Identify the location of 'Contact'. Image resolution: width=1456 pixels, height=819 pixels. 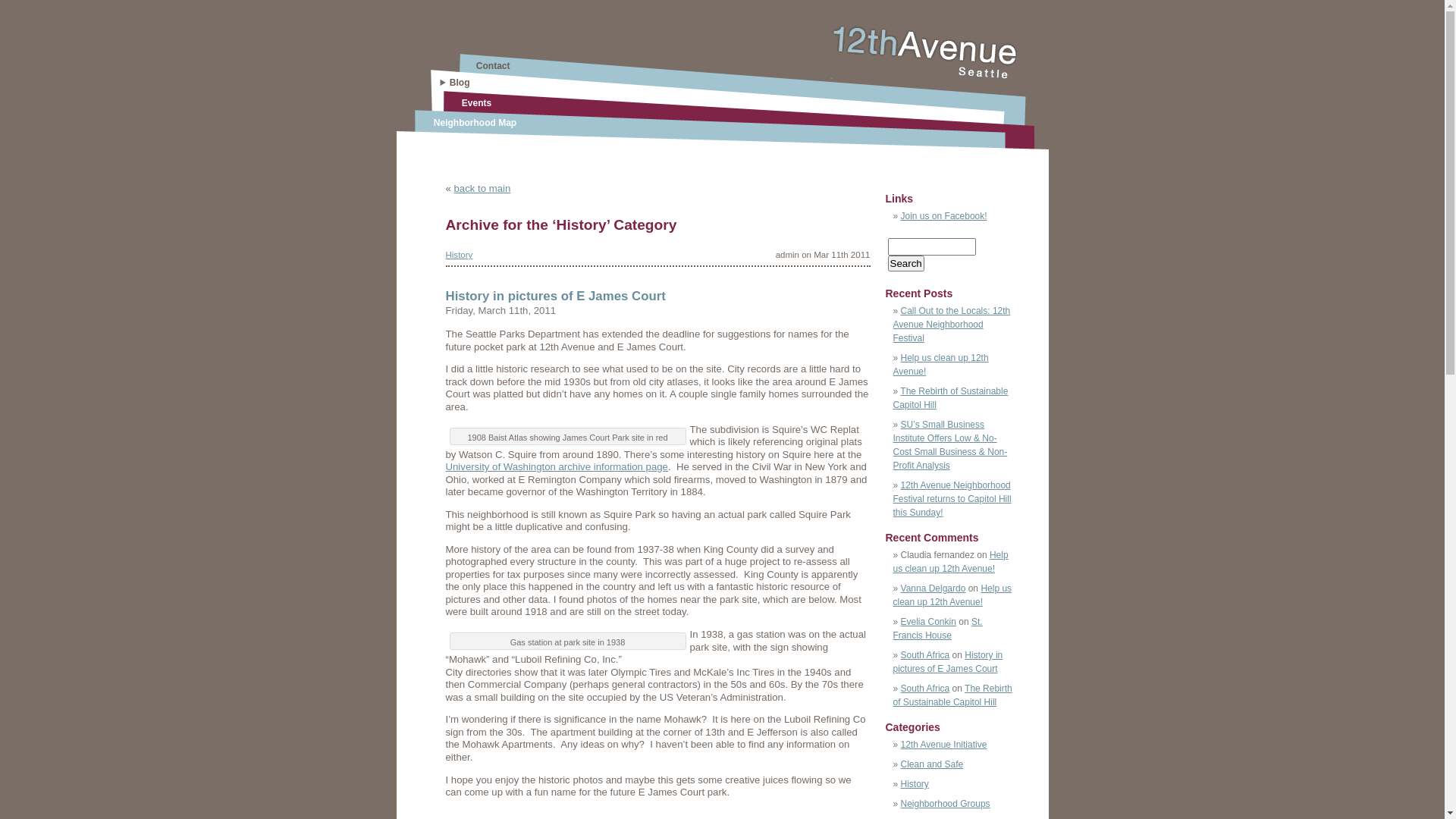
(493, 65).